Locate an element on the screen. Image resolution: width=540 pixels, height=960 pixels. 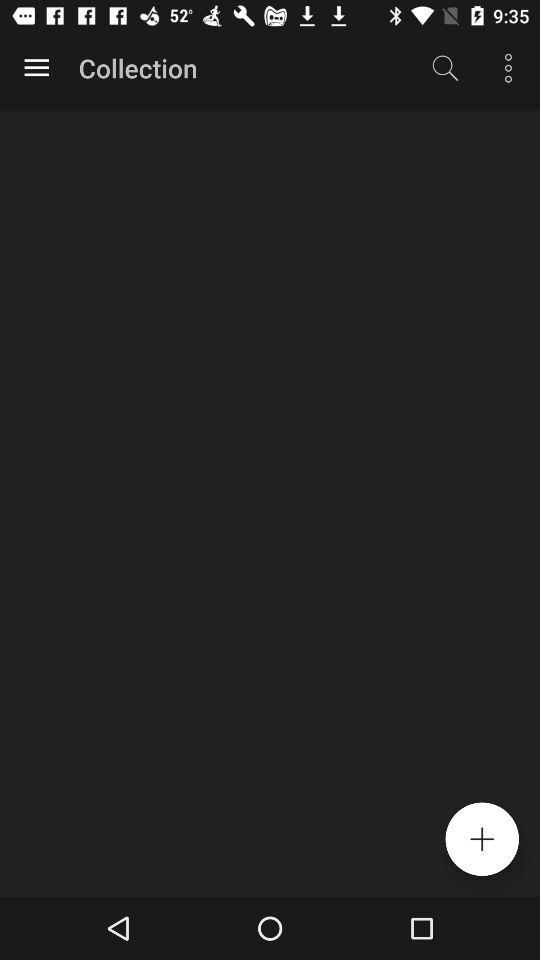
the icon to the right of collection icon is located at coordinates (445, 68).